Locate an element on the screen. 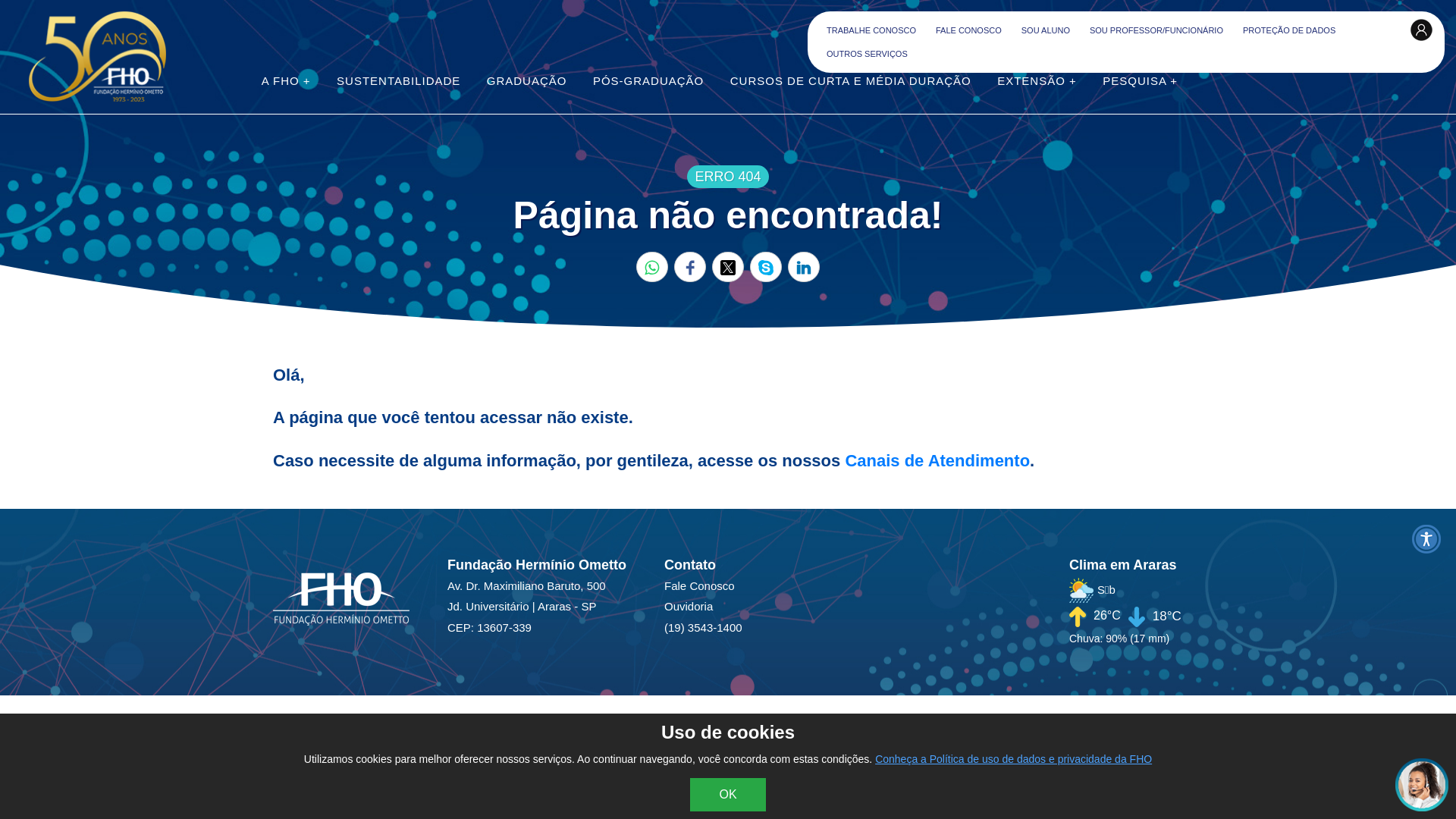 Image resolution: width=1456 pixels, height=819 pixels. 'TRABALHE CONOSCO' is located at coordinates (871, 30).